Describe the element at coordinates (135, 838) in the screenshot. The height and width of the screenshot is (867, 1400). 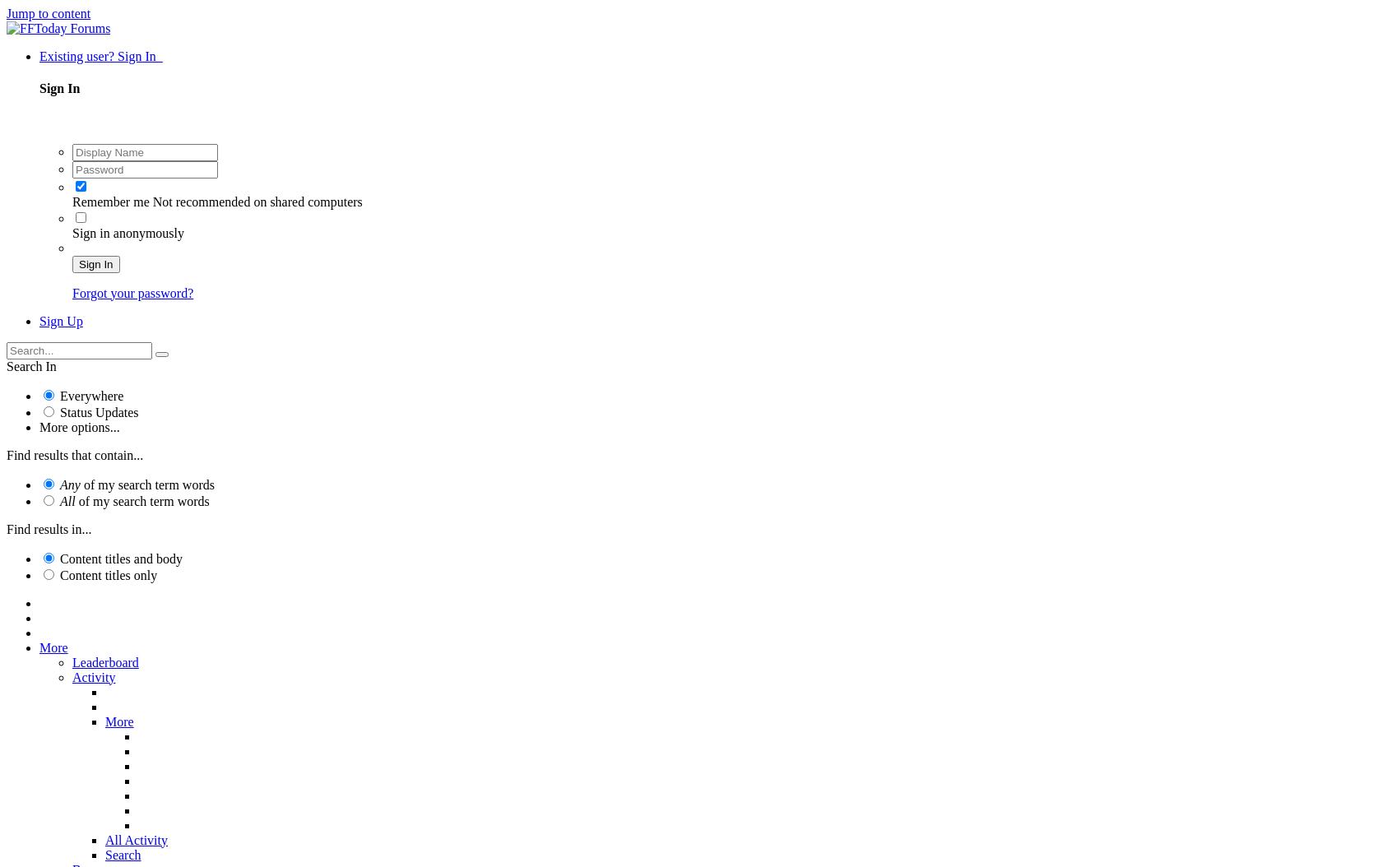
I see `'All Activity'` at that location.